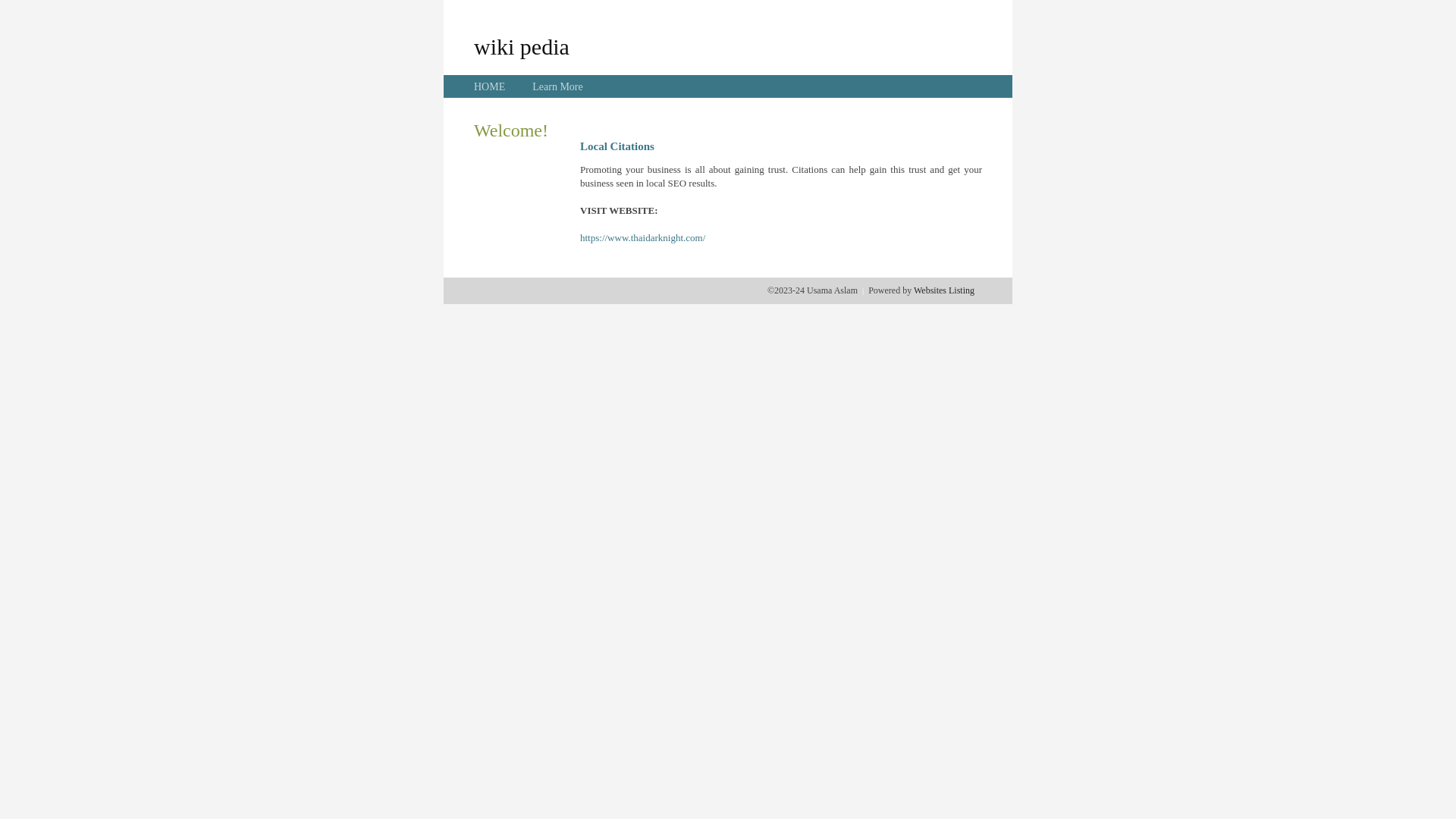 The width and height of the screenshot is (1456, 819). What do you see at coordinates (556, 86) in the screenshot?
I see `'Learn More'` at bounding box center [556, 86].